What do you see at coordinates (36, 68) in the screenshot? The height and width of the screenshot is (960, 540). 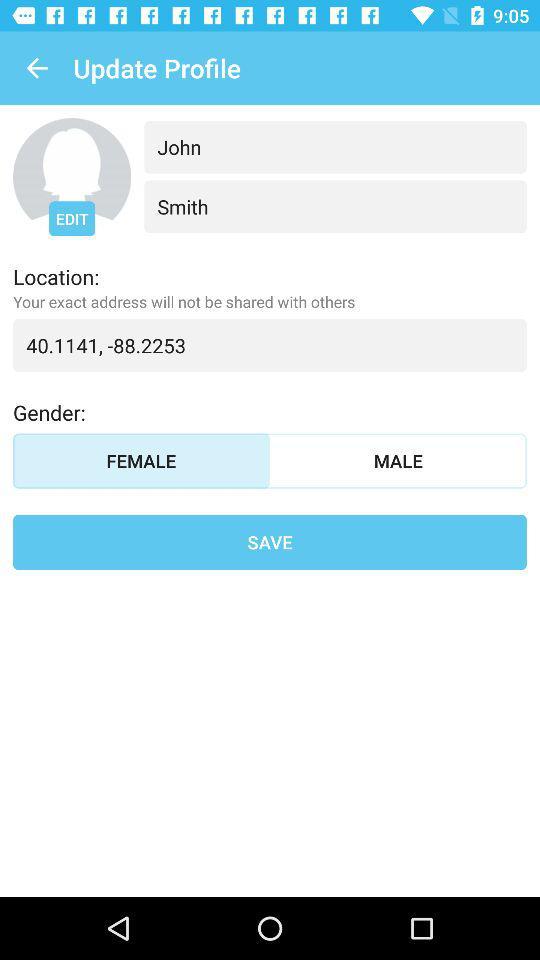 I see `the icon next to update profile item` at bounding box center [36, 68].